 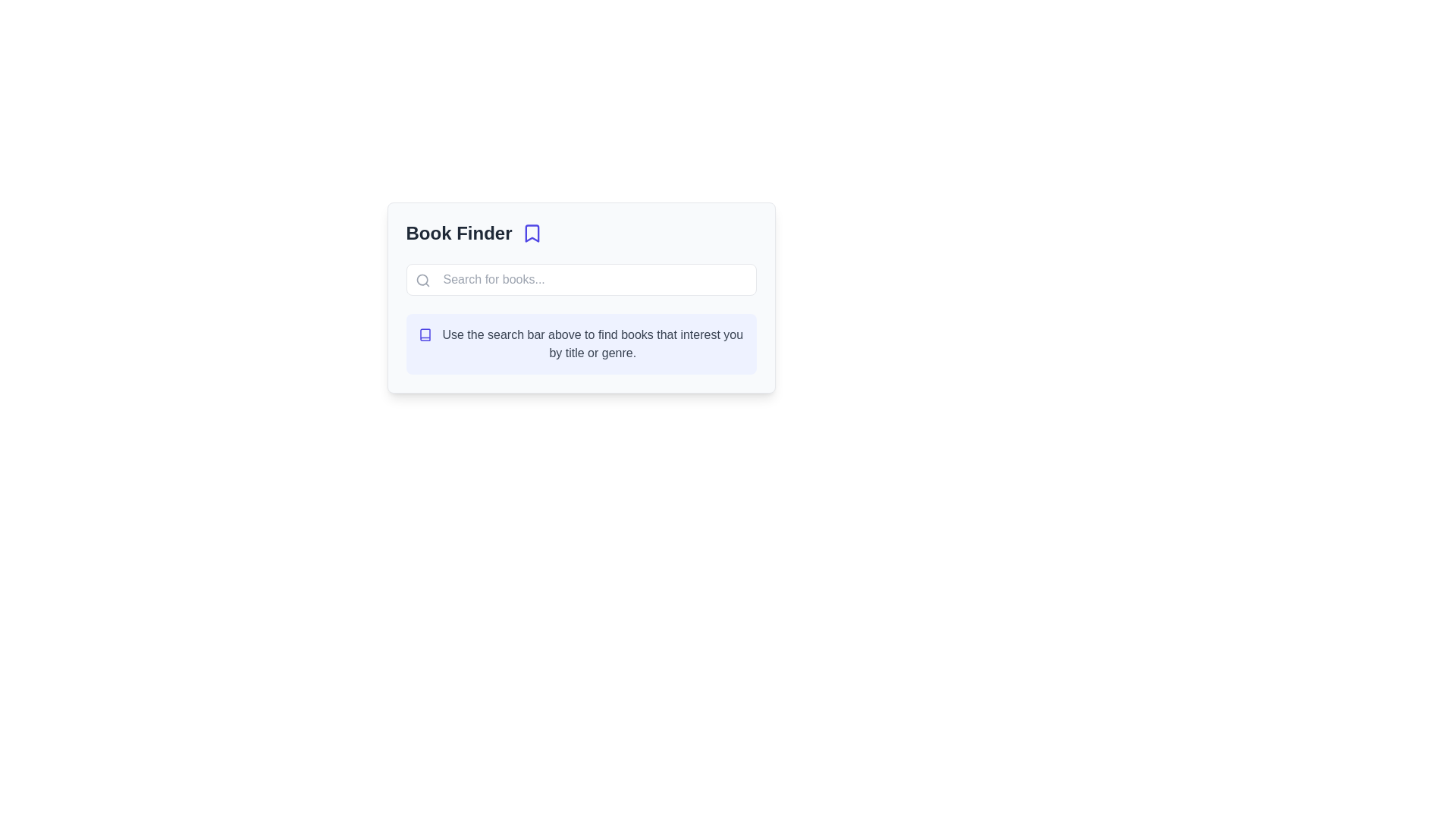 I want to click on the central circle component of the magnifying glass icon, which has a defined border stroke and is located towards the left side of the input/search bar in the 'Book Finder' interface, so click(x=422, y=280).